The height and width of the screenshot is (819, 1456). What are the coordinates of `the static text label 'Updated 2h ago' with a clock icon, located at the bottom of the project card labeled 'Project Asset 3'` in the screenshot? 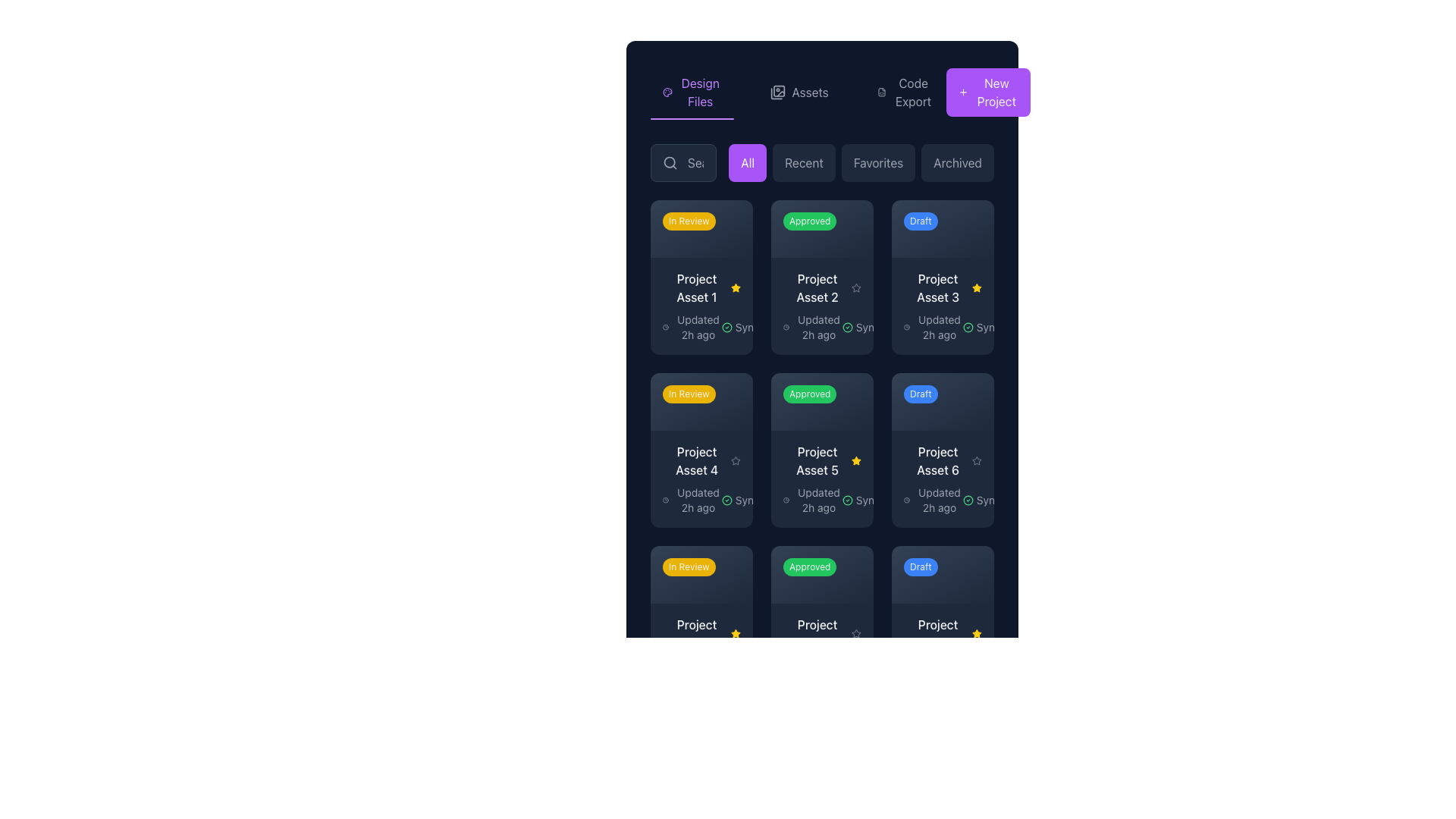 It's located at (932, 326).